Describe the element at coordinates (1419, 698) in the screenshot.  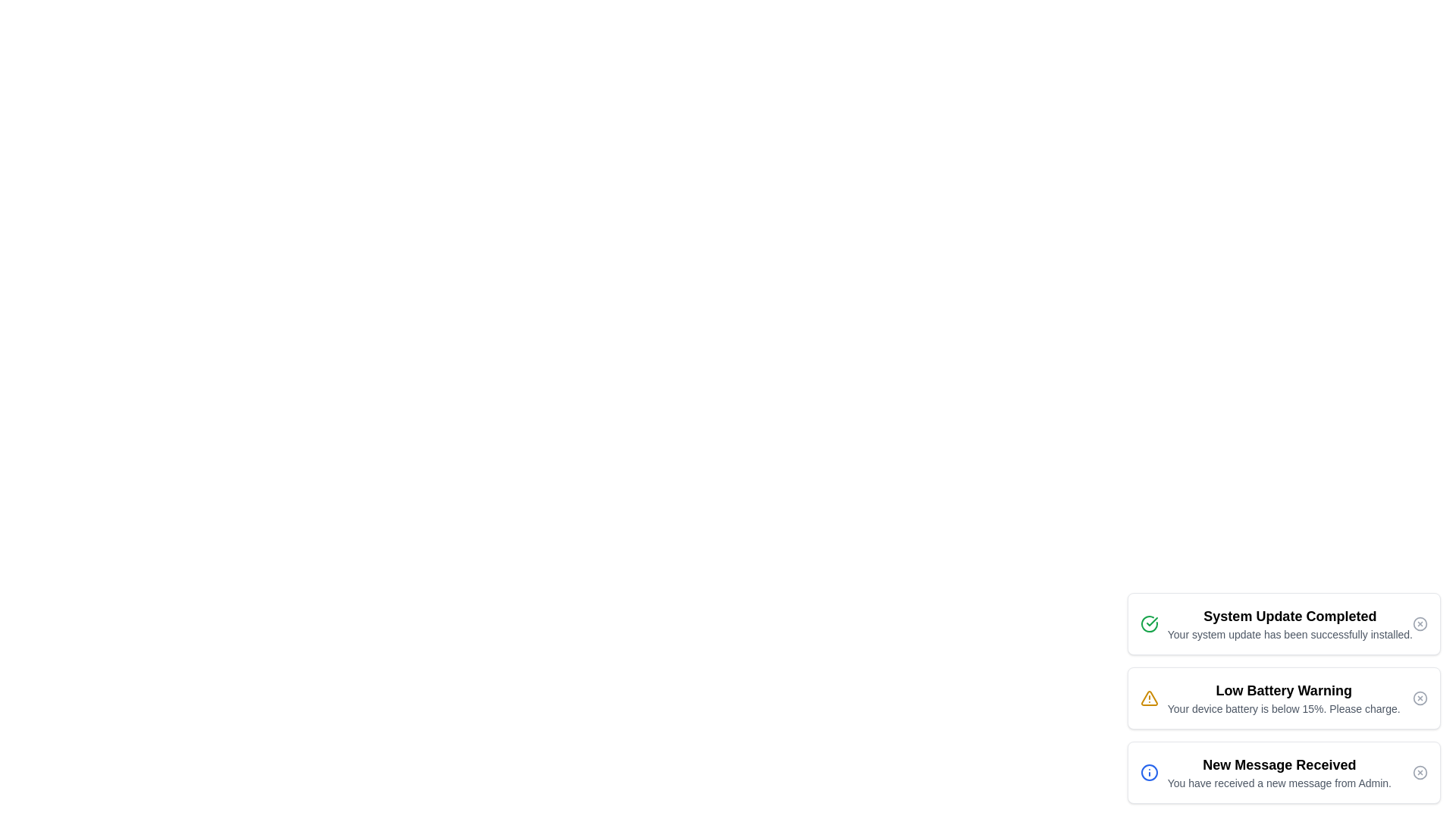
I see `the SVG graphic representing a circular shape in the second notification card labeled 'Low Battery Warning' to signify attention for the notification` at that location.